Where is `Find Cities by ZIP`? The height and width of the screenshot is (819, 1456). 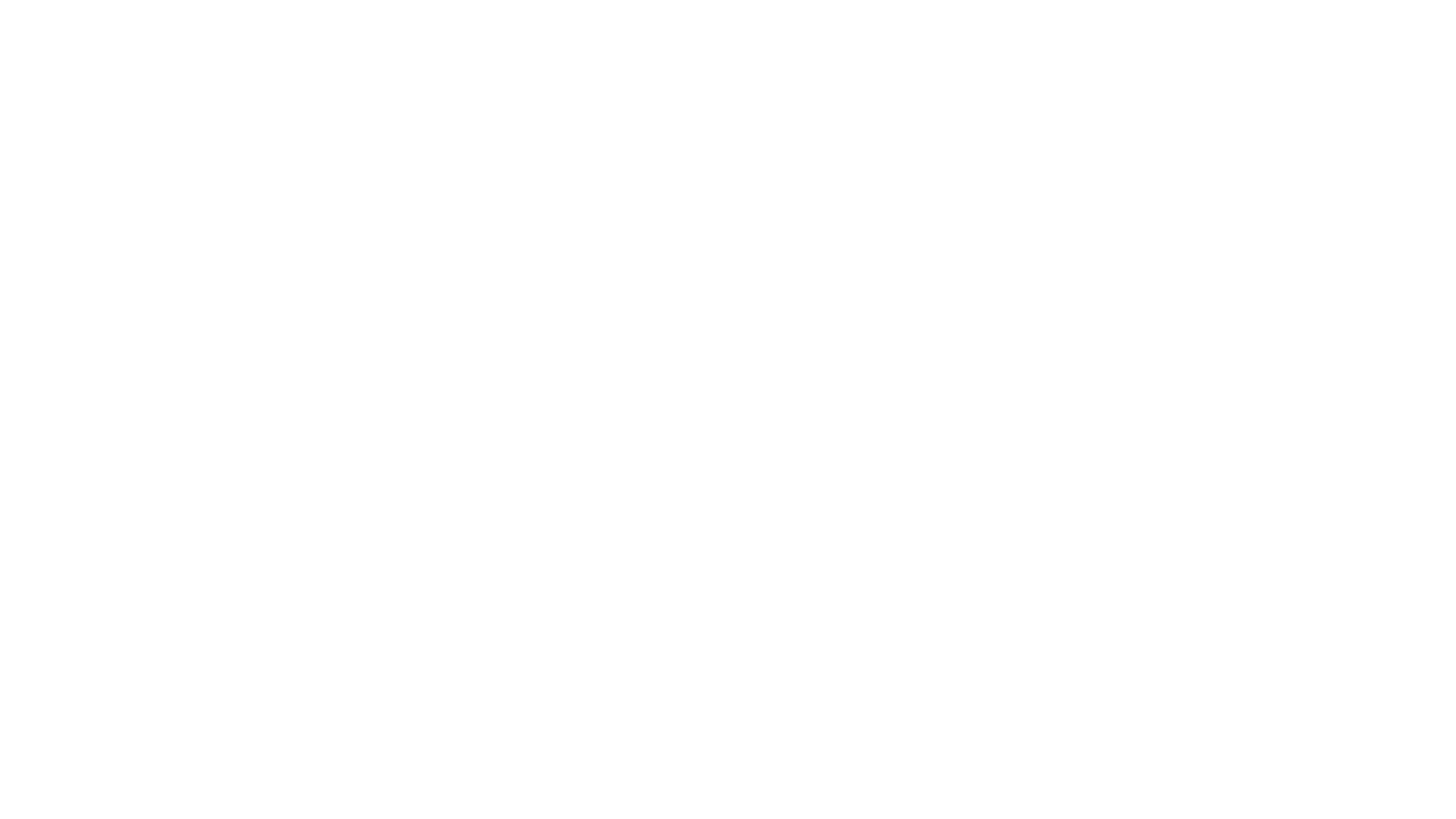
Find Cities by ZIP is located at coordinates (1015, 305).